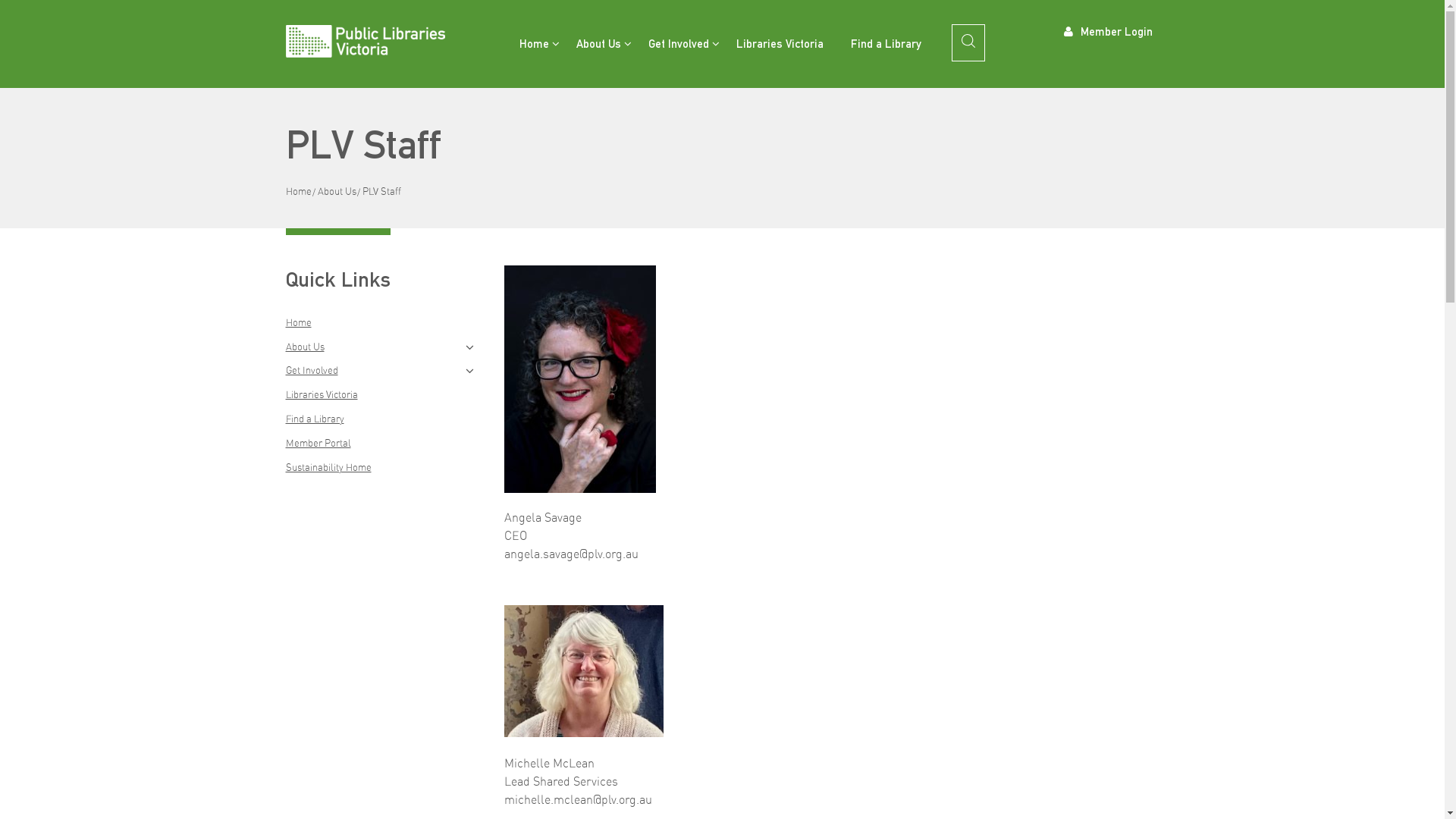 Image resolution: width=1456 pixels, height=819 pixels. I want to click on 'Sustainability Home', so click(284, 466).